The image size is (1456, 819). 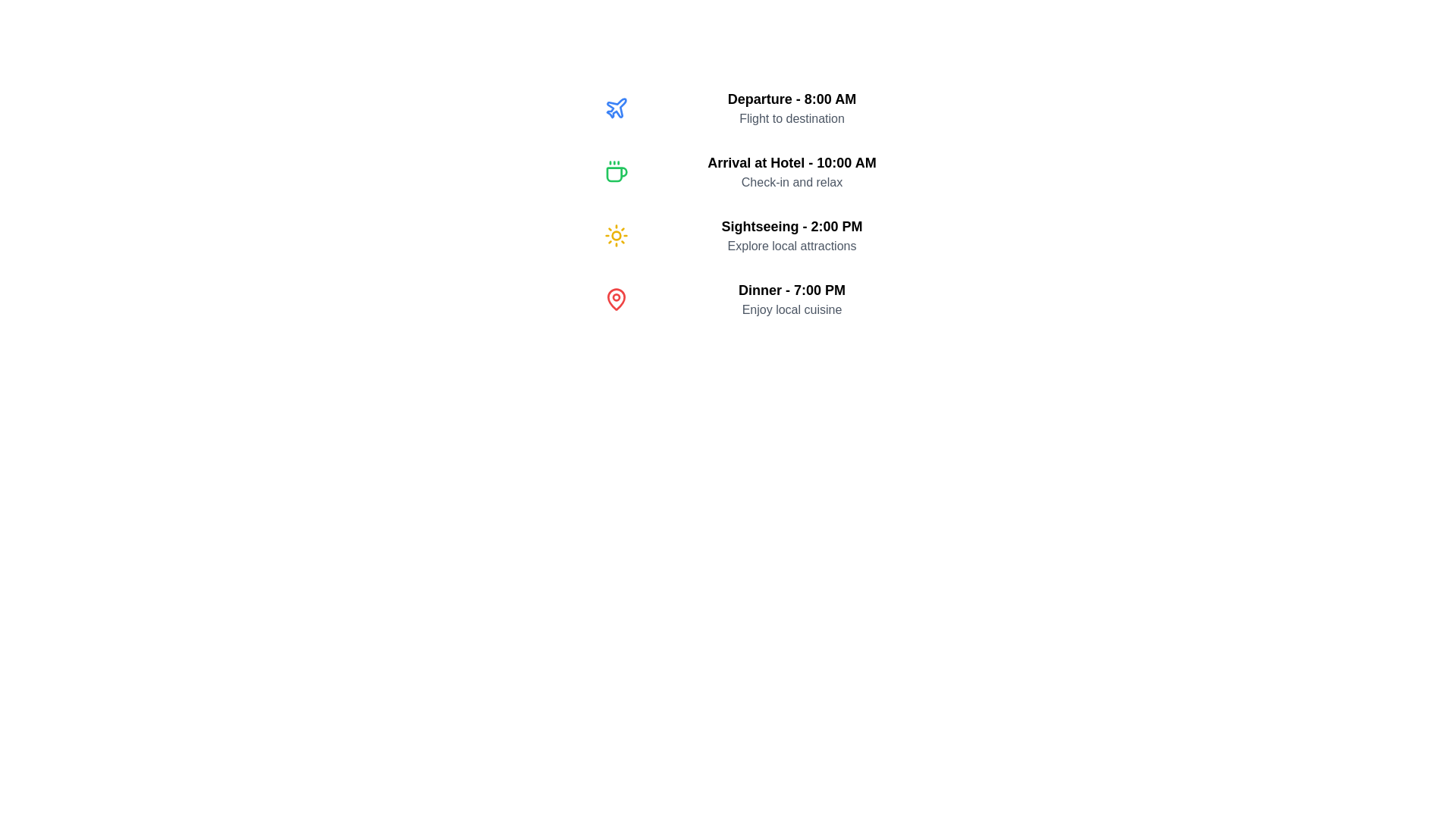 I want to click on information from the main heading Text Label located at the top of the vertical list, which provides the time and brief description of an activity, so click(x=791, y=99).